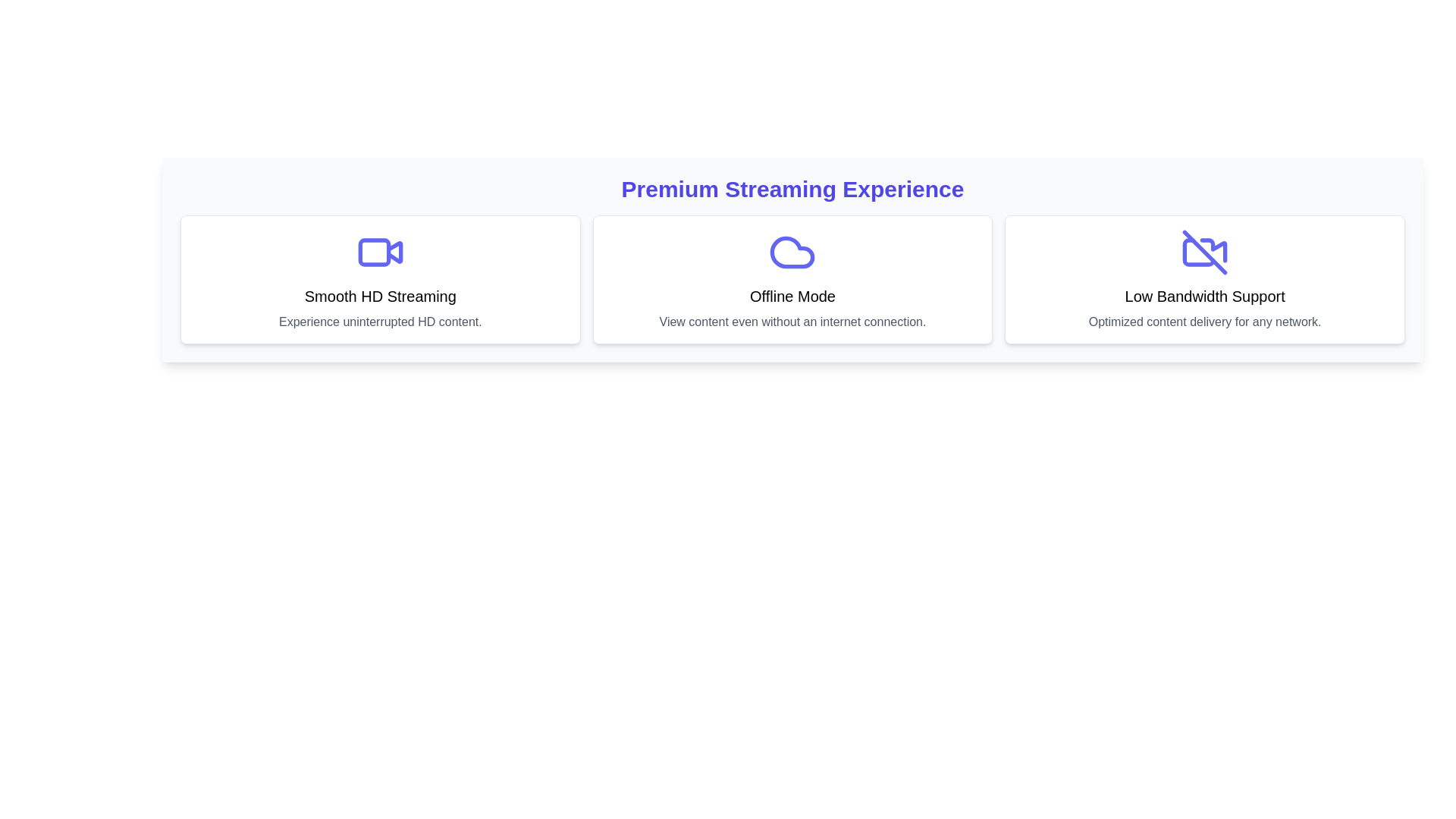  I want to click on the text label stating 'Optimized content delivery for any network.' which is located beneath the title 'Low Bandwidth Support' in the rightmost card of the three-card layout, so click(1204, 321).